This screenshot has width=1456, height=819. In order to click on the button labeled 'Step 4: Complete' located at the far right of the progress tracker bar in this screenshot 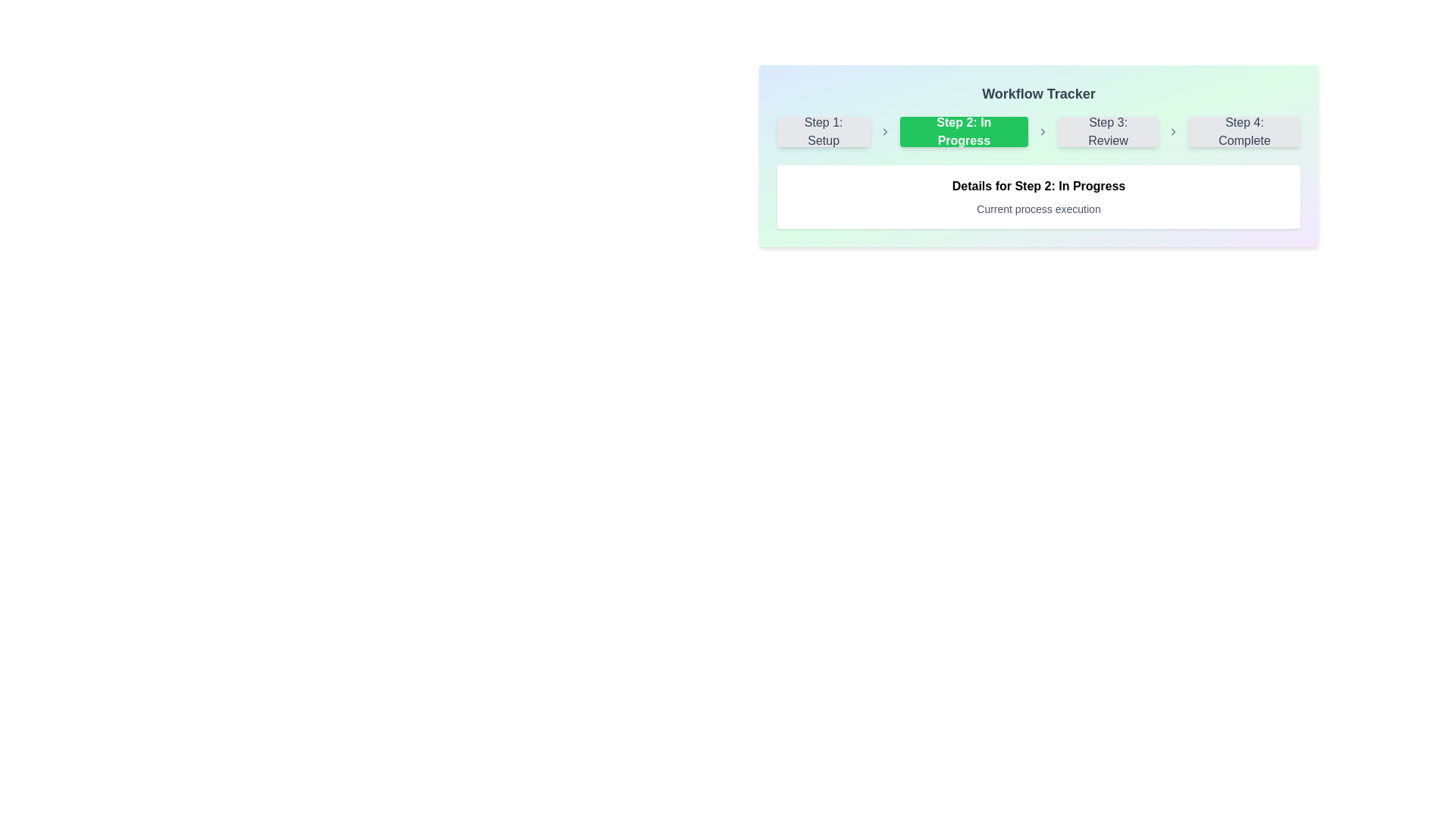, I will do `click(1244, 130)`.